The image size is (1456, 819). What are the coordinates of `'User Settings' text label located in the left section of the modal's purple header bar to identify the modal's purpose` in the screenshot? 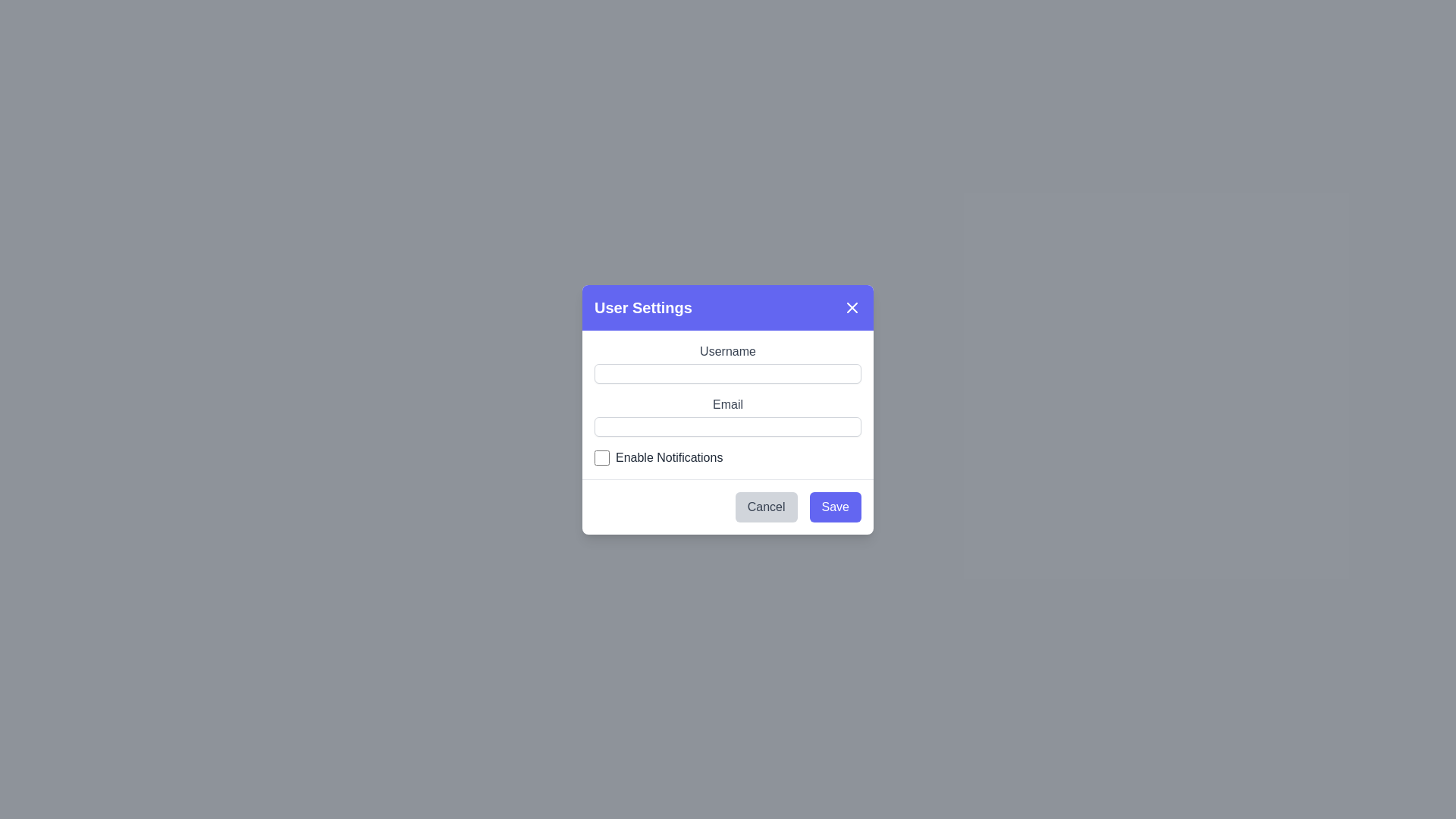 It's located at (643, 307).